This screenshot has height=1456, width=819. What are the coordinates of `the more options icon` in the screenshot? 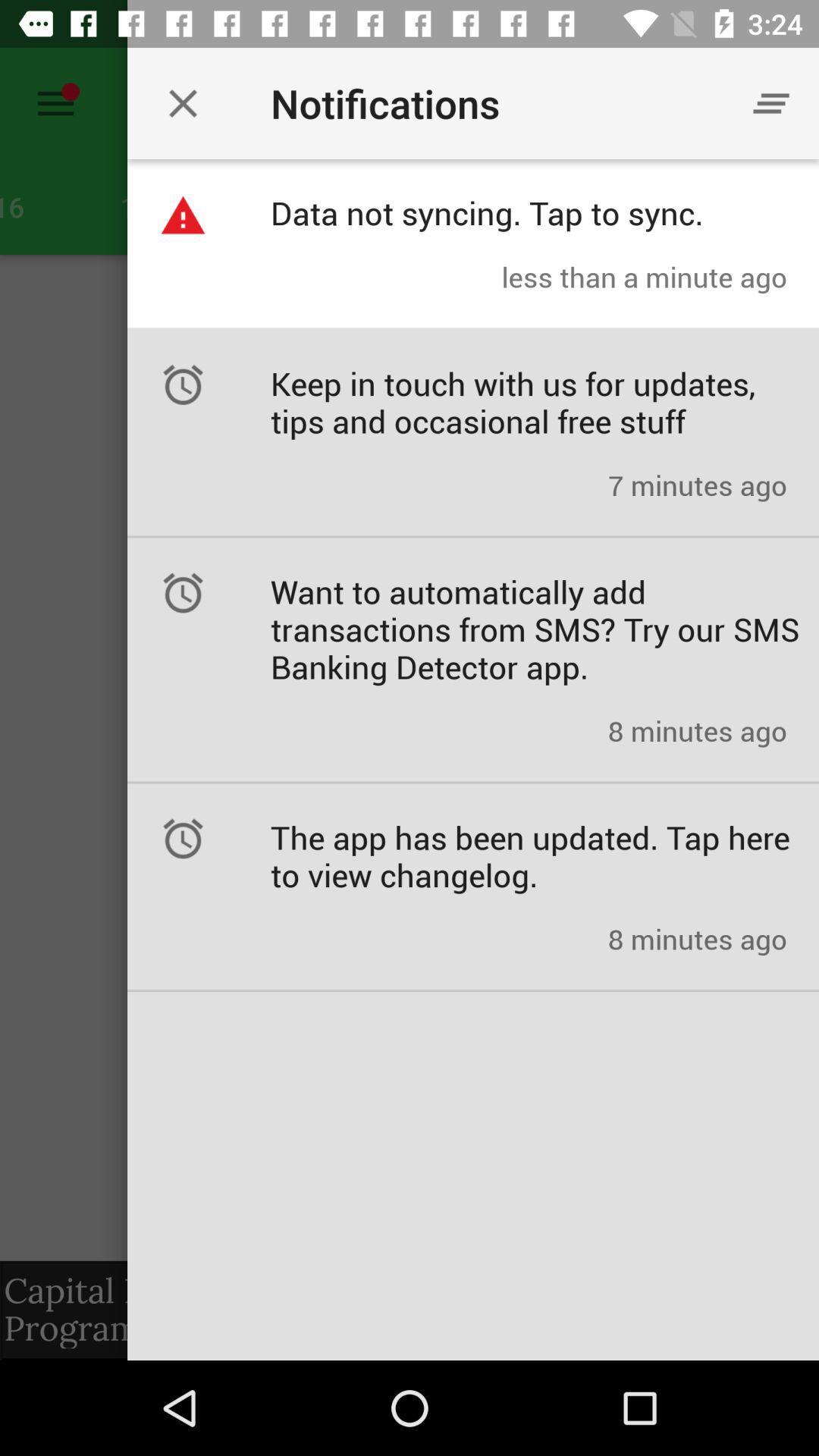 It's located at (771, 103).